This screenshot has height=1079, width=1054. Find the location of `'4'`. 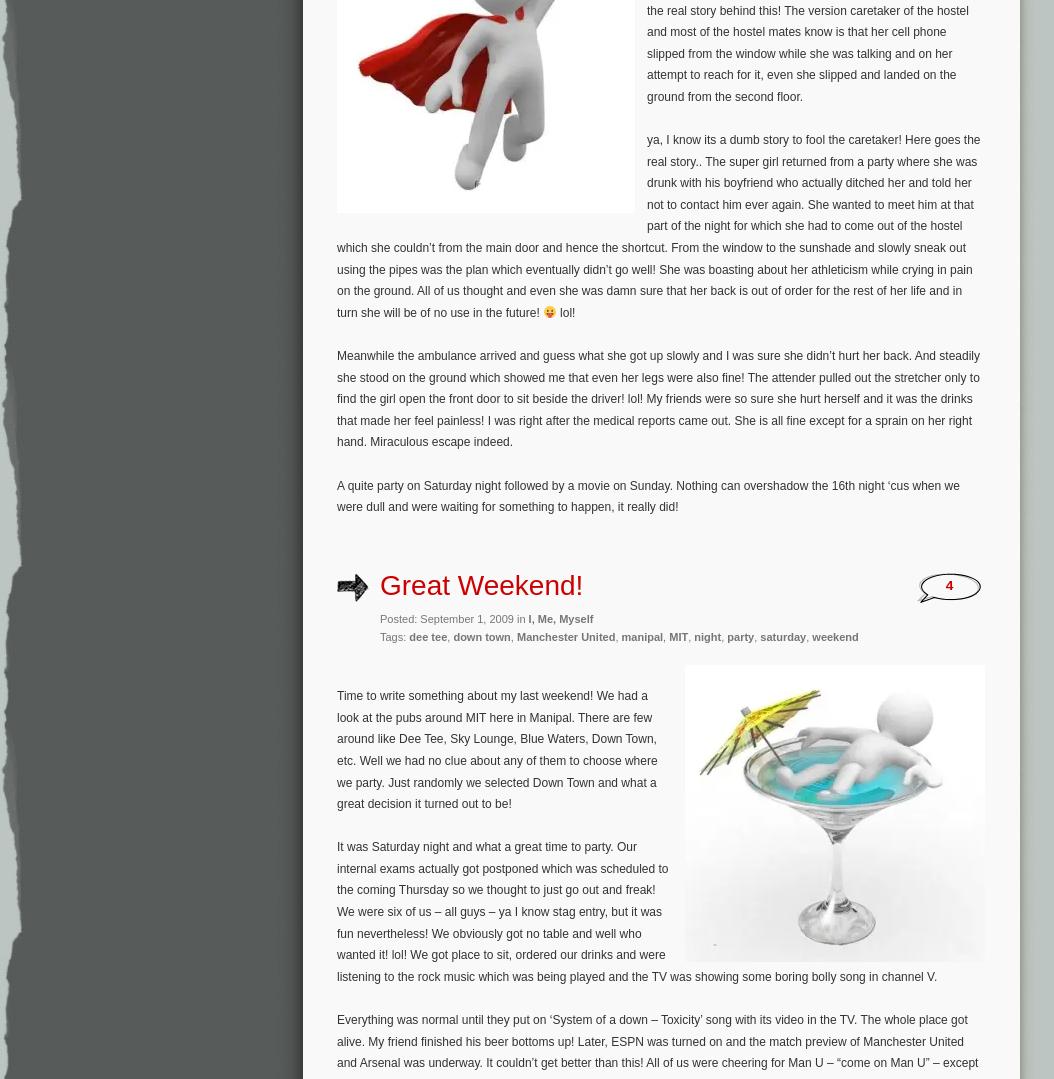

'4' is located at coordinates (949, 585).